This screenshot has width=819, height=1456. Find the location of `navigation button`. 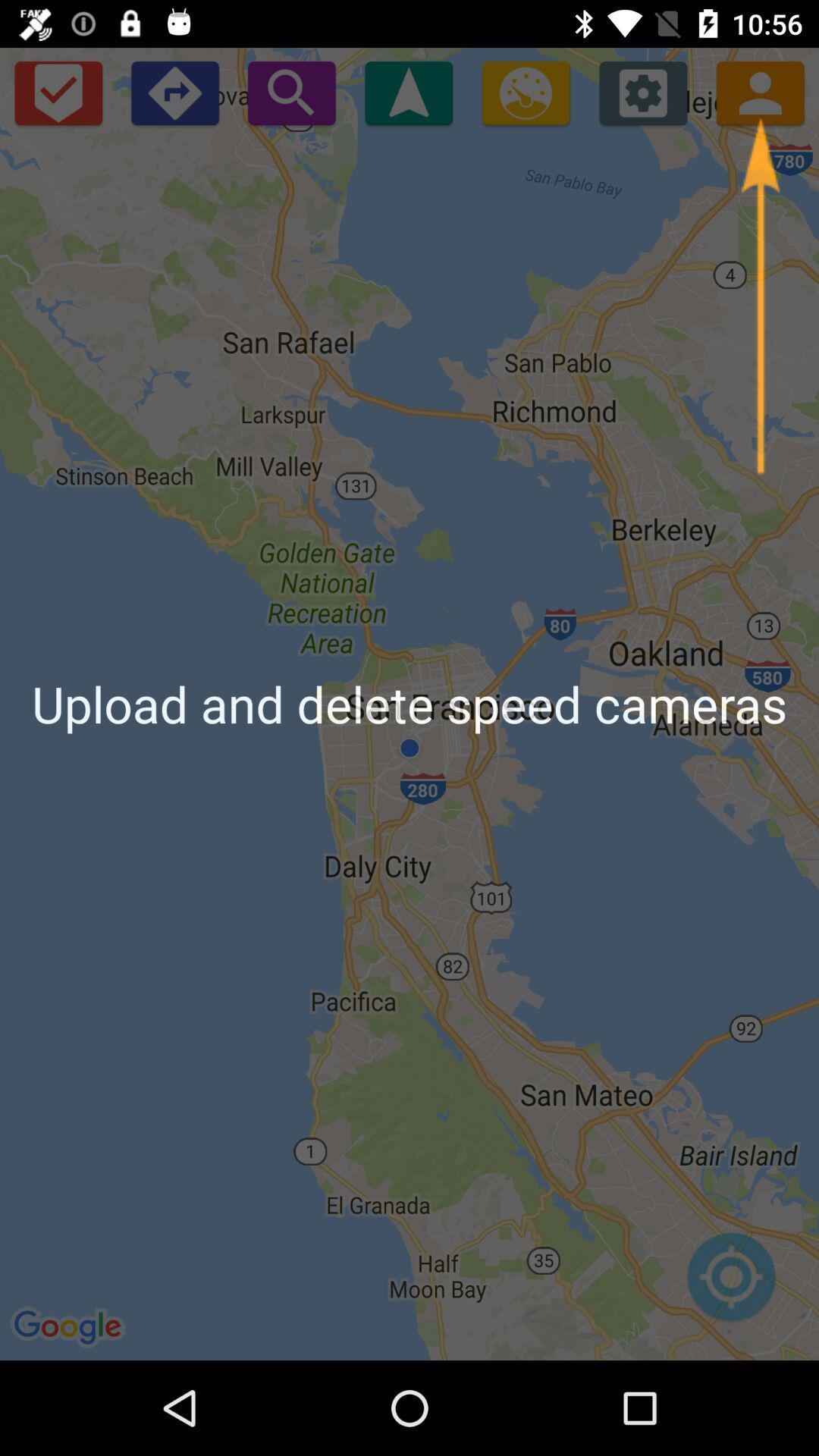

navigation button is located at coordinates (408, 92).